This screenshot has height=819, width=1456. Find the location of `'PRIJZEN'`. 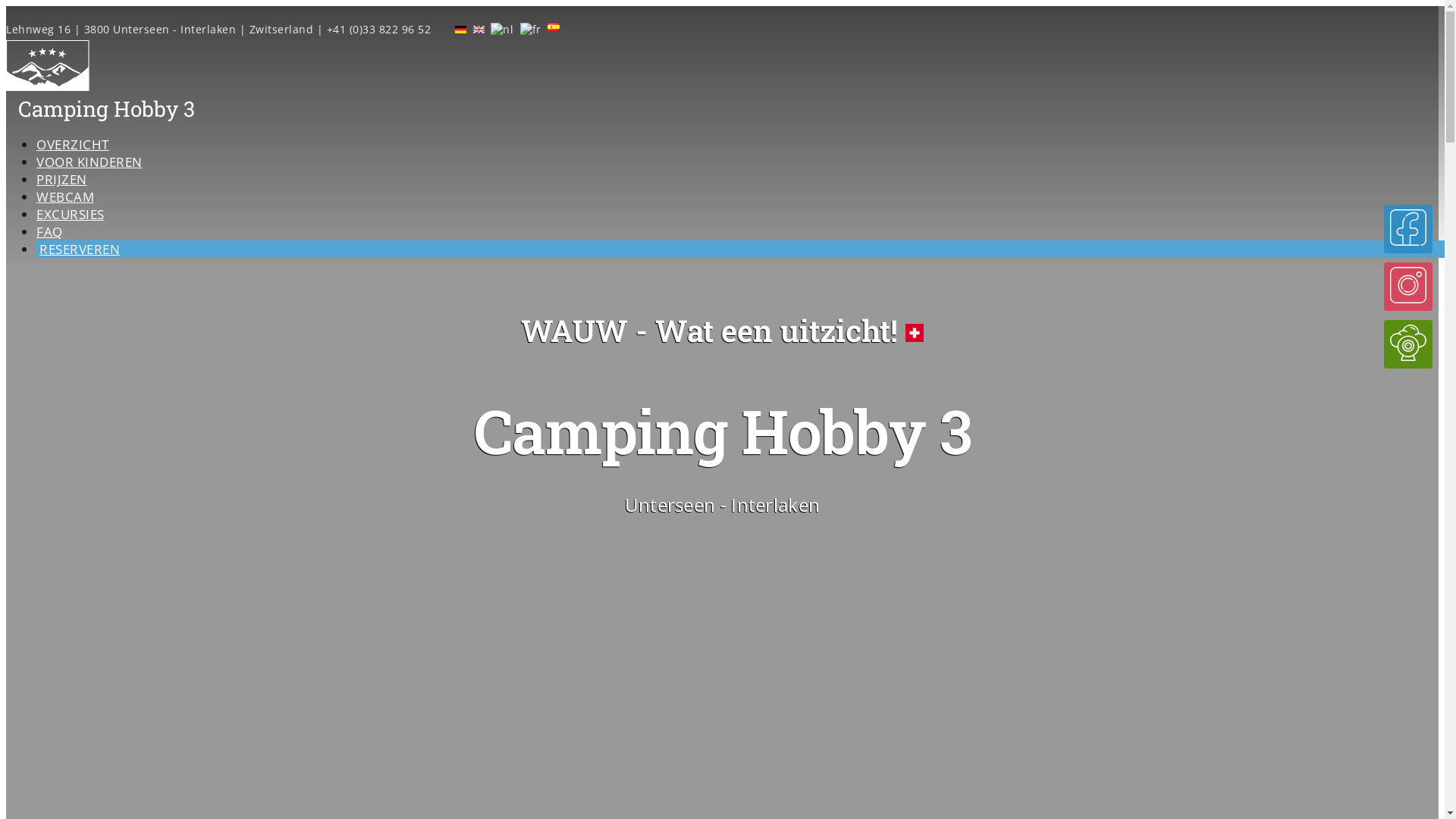

'PRIJZEN' is located at coordinates (61, 178).